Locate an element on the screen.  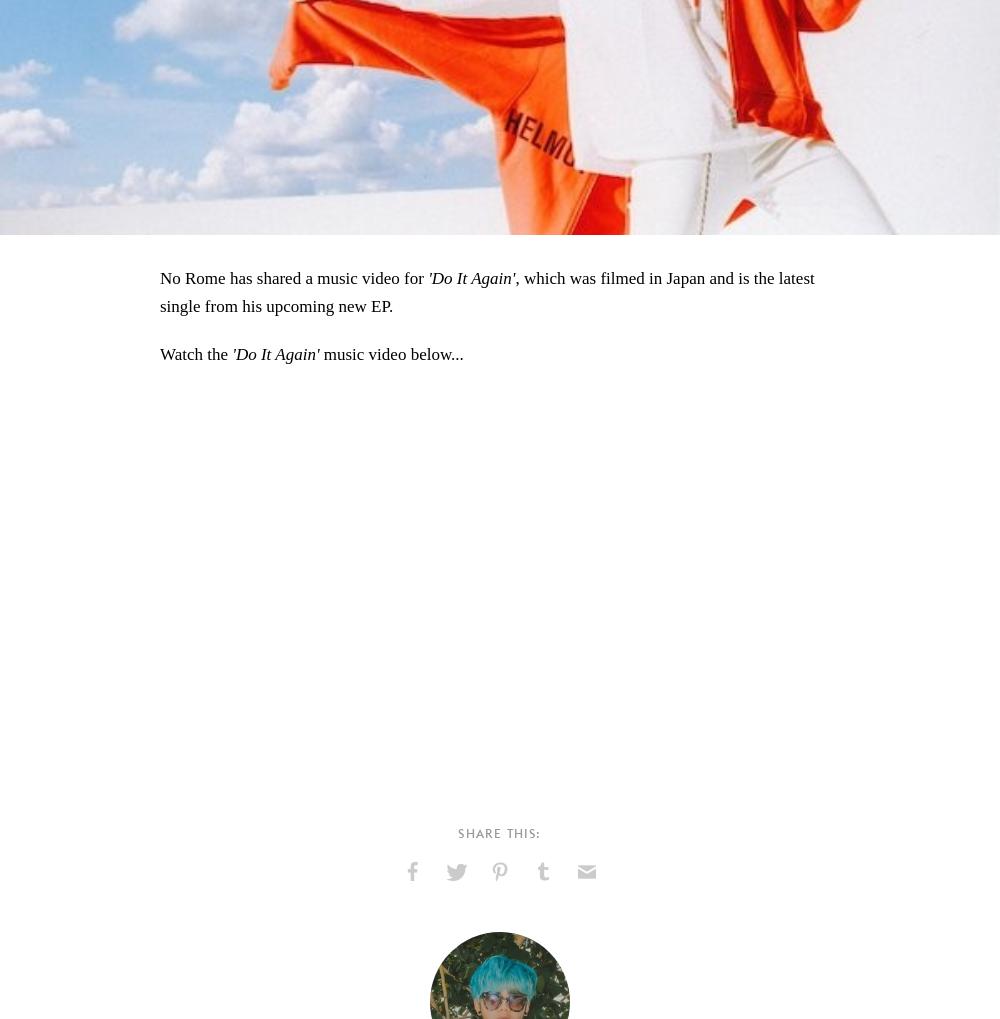
'Watch the' is located at coordinates (195, 354).